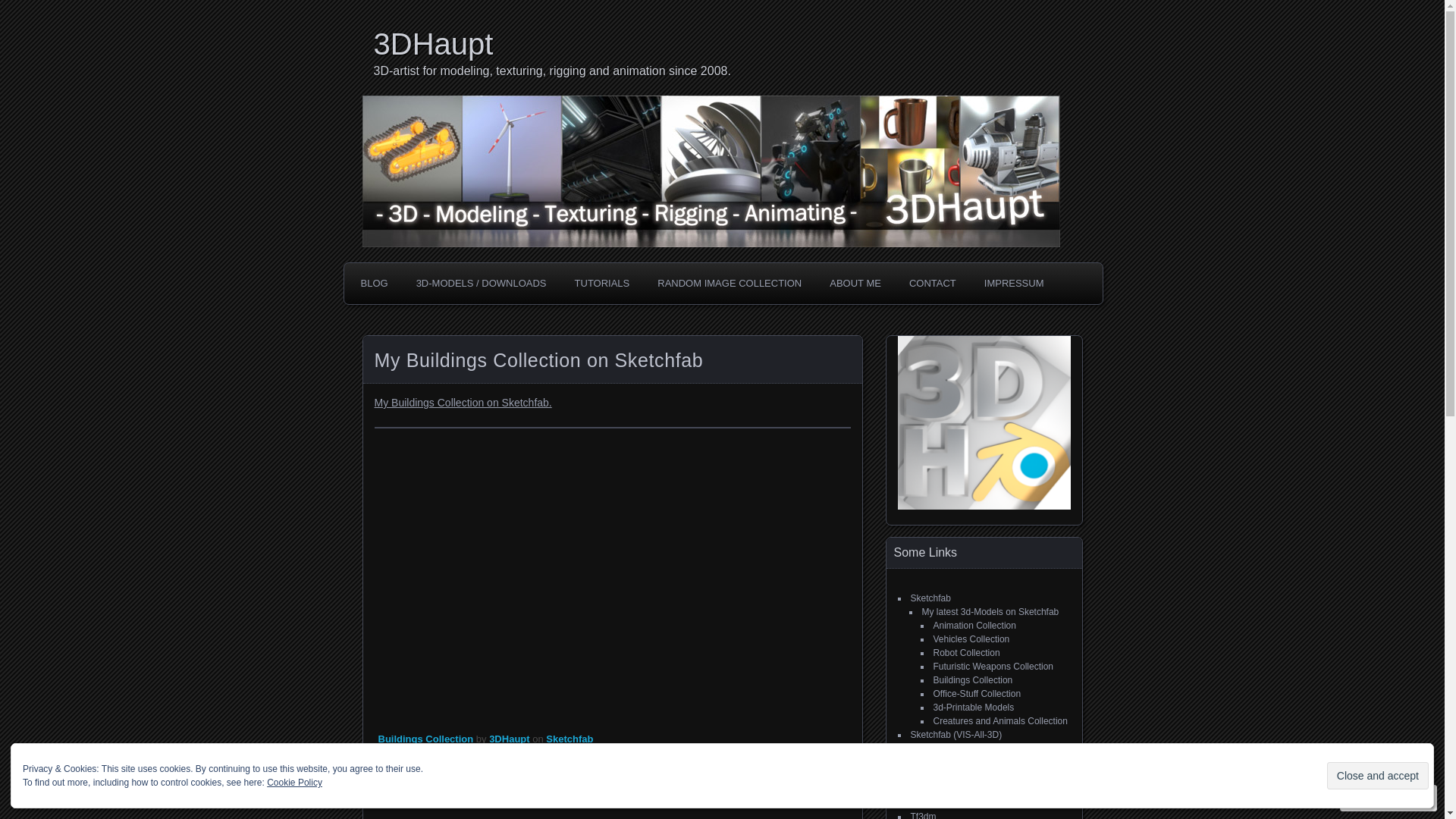  Describe the element at coordinates (1014, 284) in the screenshot. I see `'IMPRESSUM'` at that location.